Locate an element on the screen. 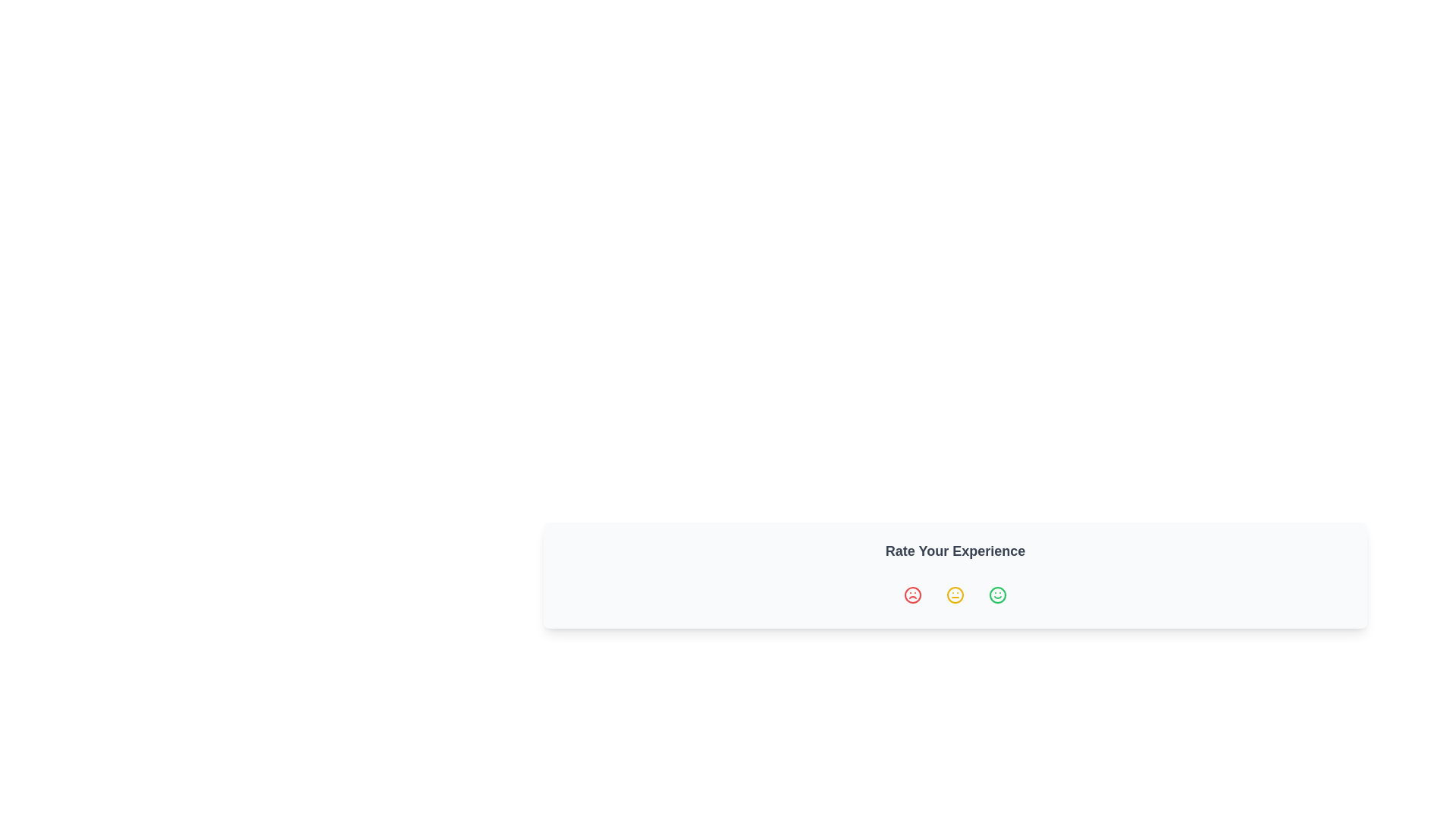  the neutral face icon representing the middle satisfaction level in the 'Rate Your Experience' section is located at coordinates (954, 595).